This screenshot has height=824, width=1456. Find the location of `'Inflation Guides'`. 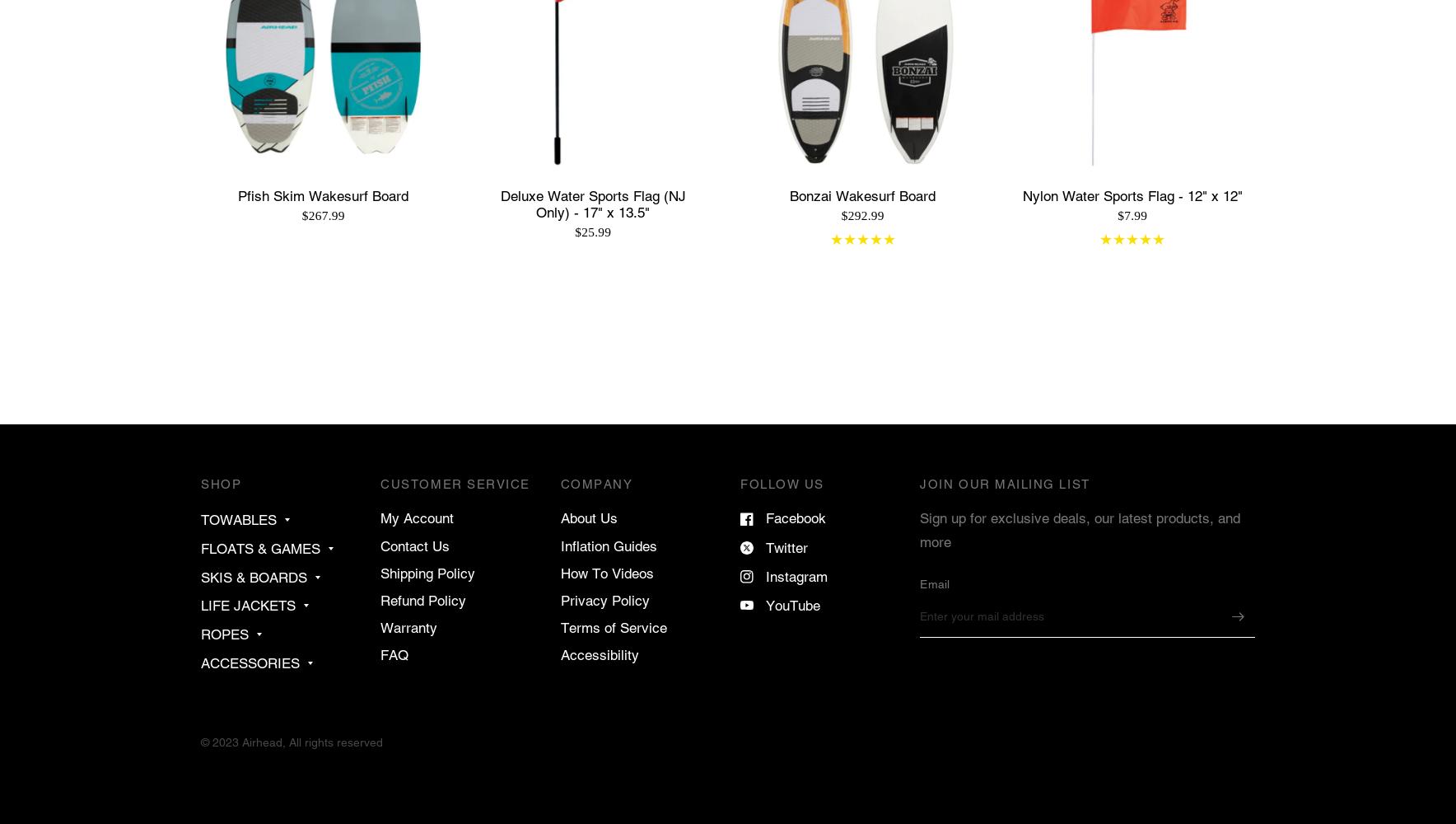

'Inflation Guides' is located at coordinates (608, 545).